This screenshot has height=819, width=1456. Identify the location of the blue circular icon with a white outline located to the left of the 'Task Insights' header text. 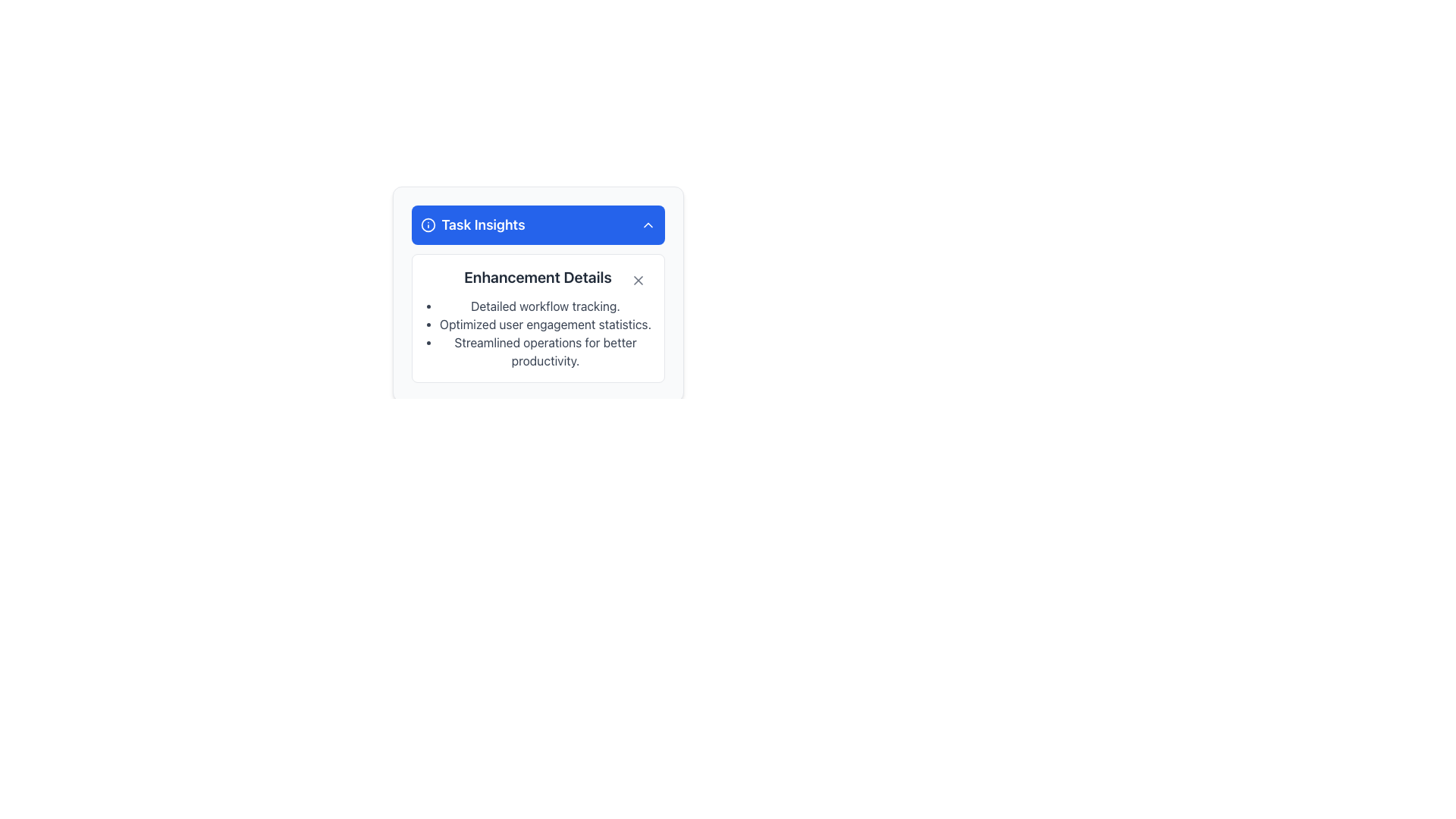
(427, 225).